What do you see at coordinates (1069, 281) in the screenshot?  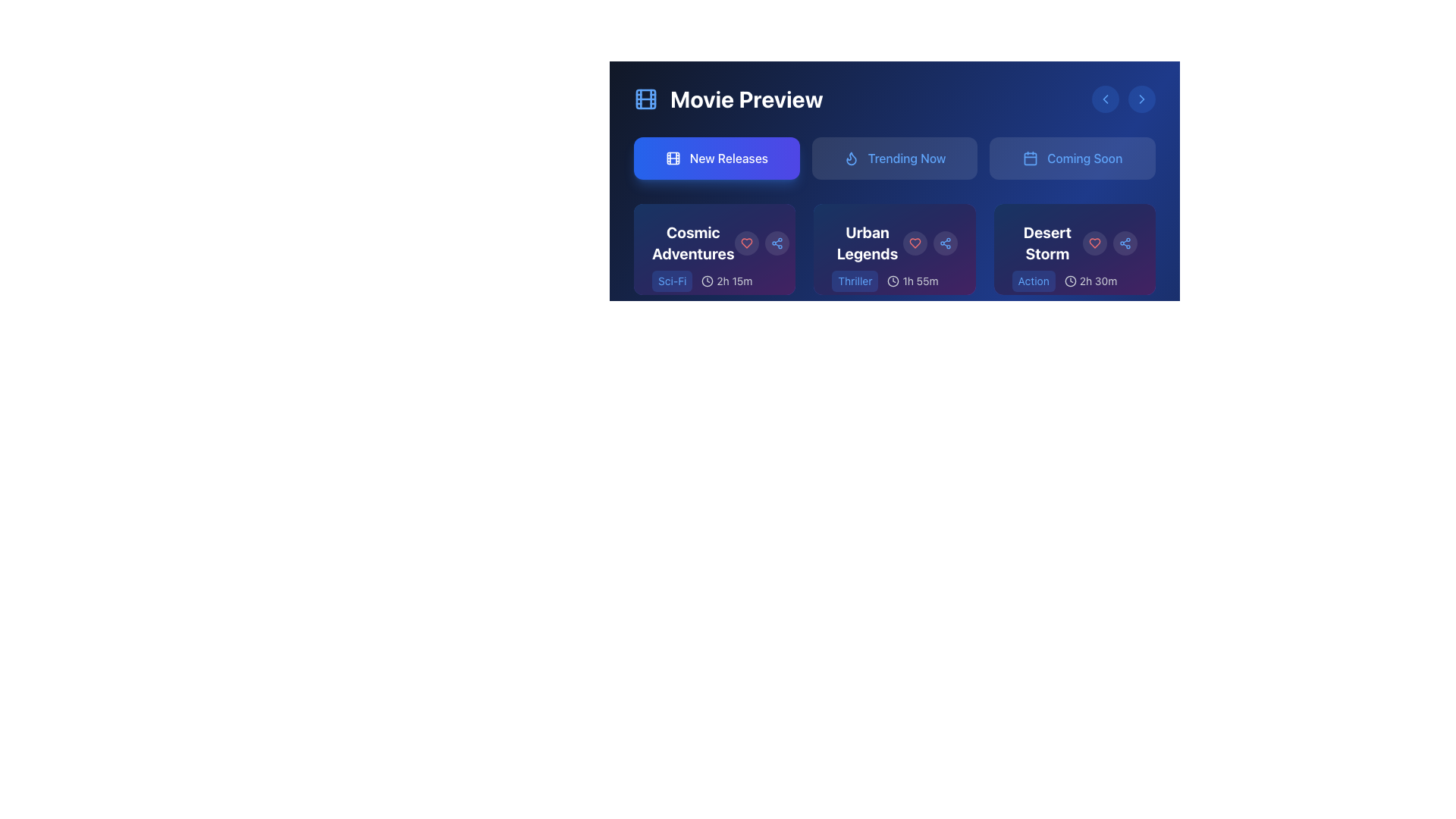 I see `the clock icon representing the duration of the movie 'Desert Storm', which is positioned to the left of the time text '2h 30m'` at bounding box center [1069, 281].